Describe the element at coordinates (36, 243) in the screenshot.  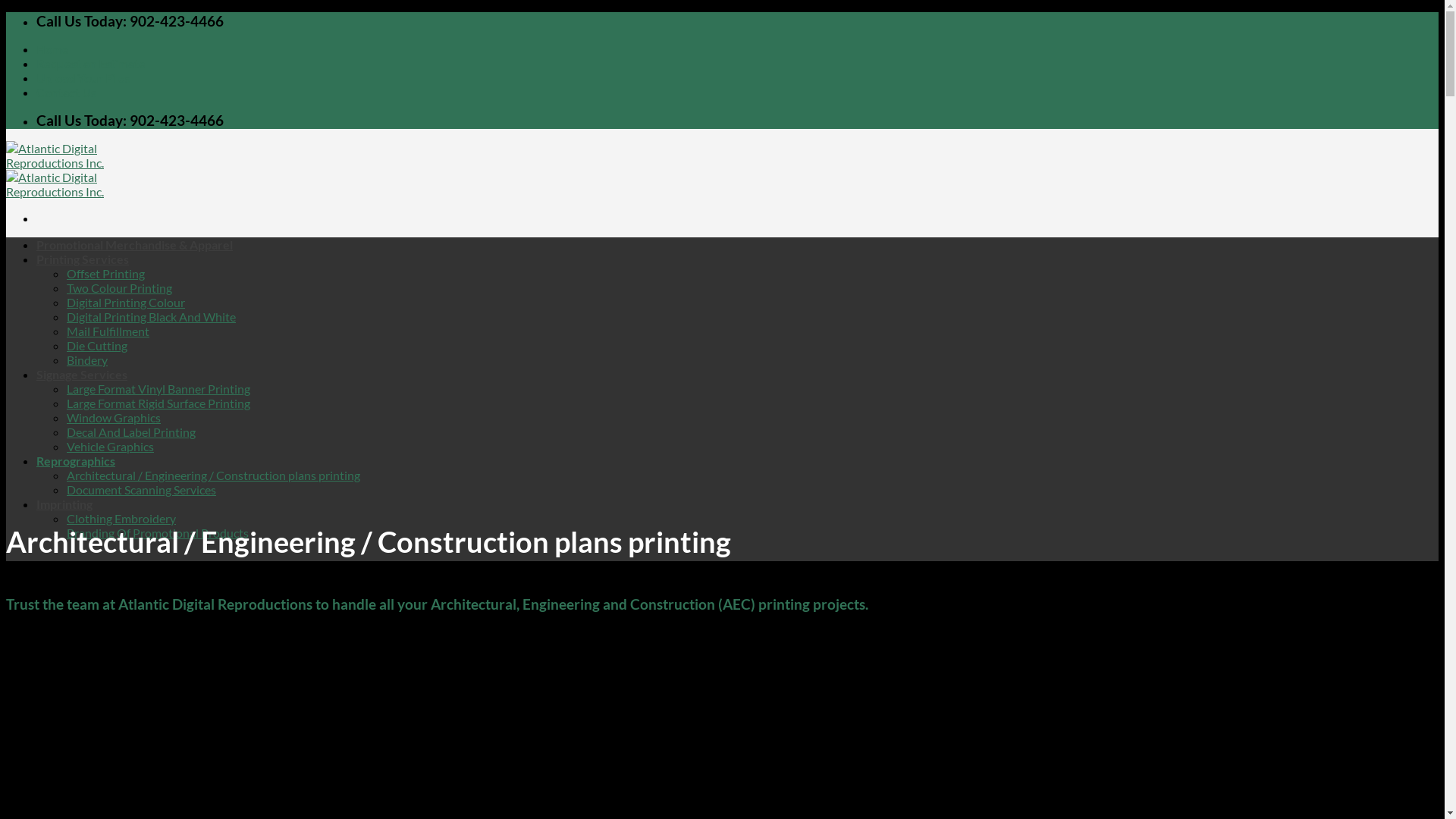
I see `'Promotional Merchandise & Apparel'` at that location.